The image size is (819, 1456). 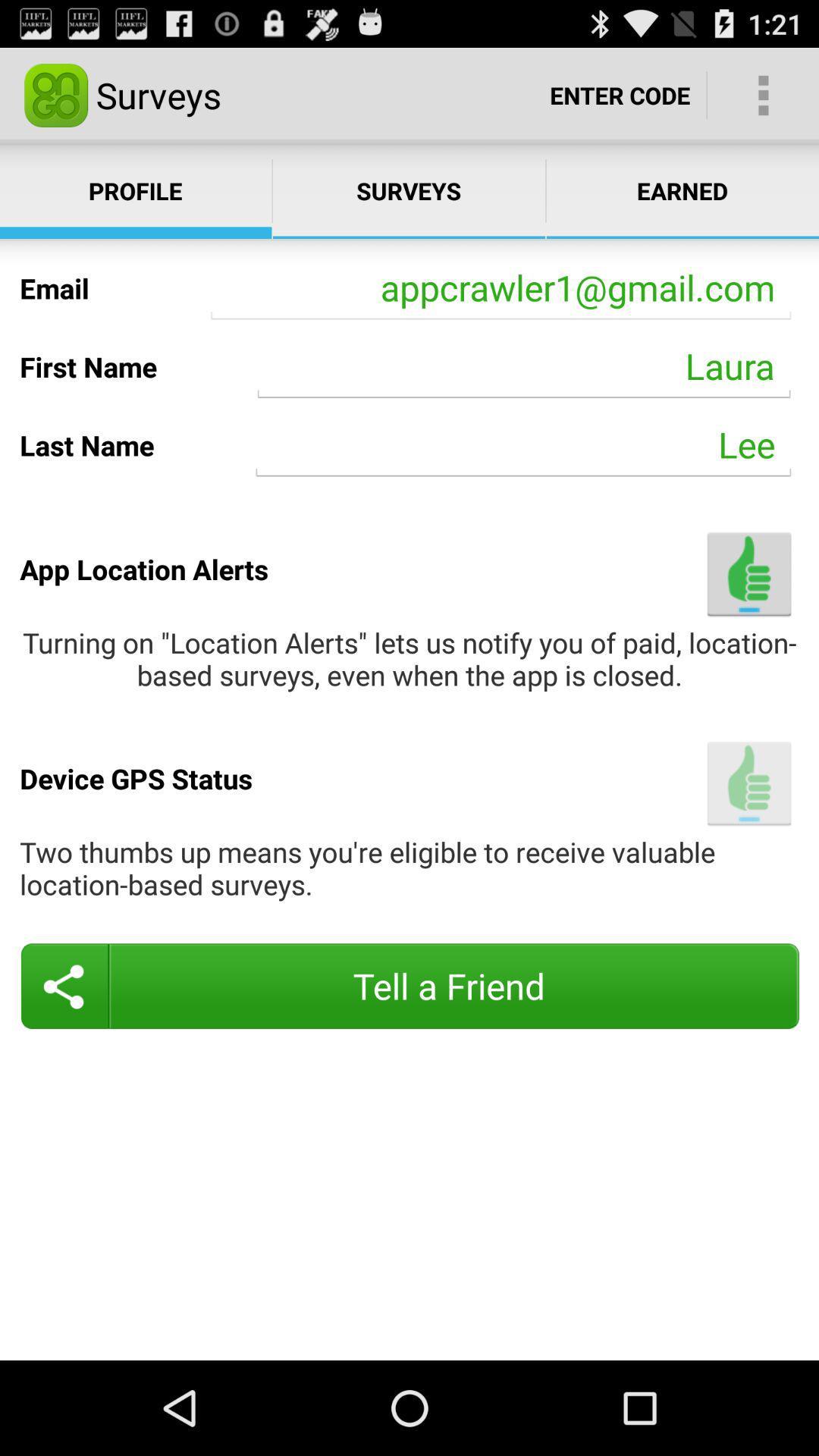 What do you see at coordinates (748, 783) in the screenshot?
I see `the item above the two thumbs up` at bounding box center [748, 783].